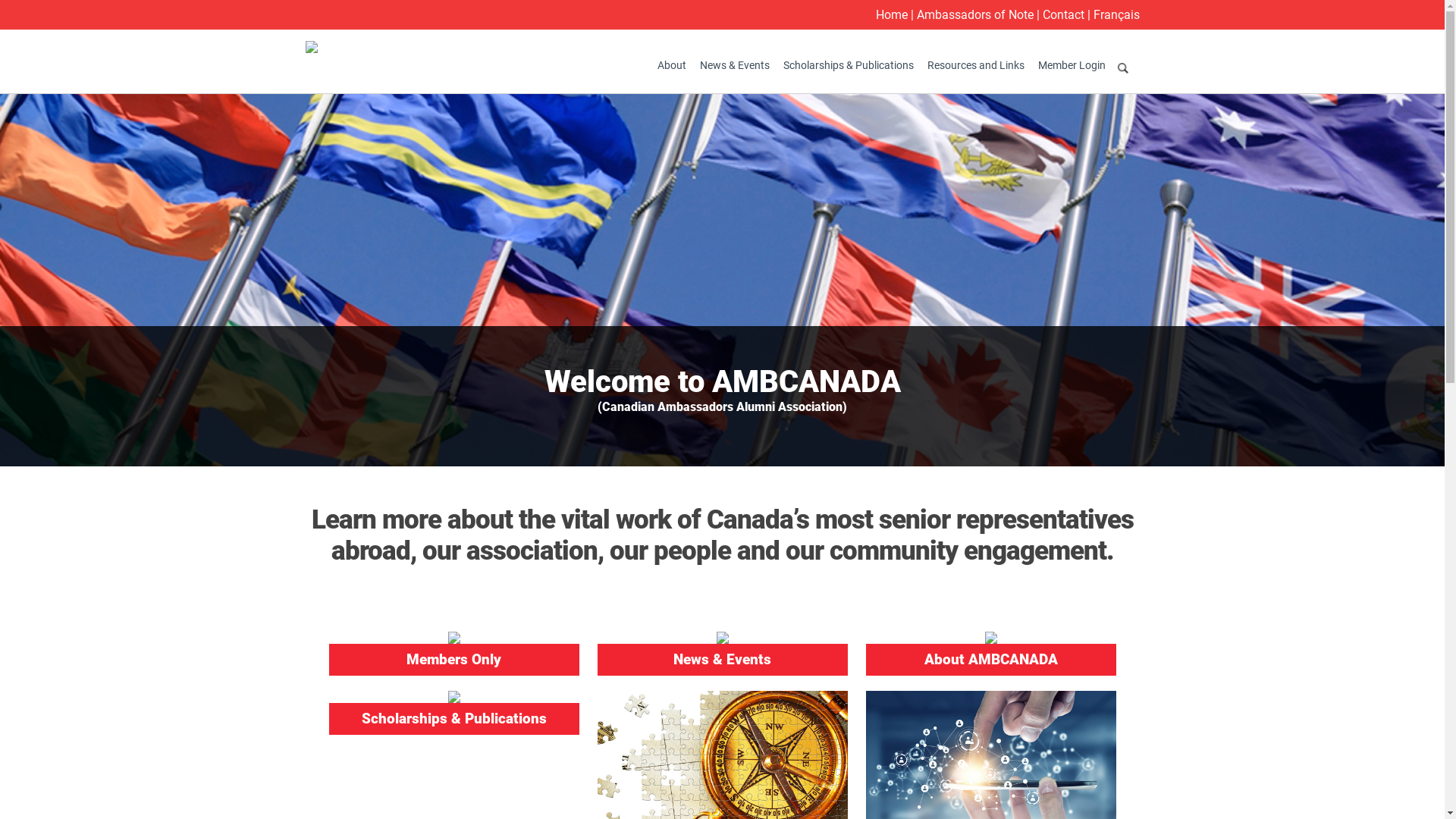 Image resolution: width=1456 pixels, height=819 pixels. Describe the element at coordinates (974, 14) in the screenshot. I see `'Ambassadors of Note'` at that location.